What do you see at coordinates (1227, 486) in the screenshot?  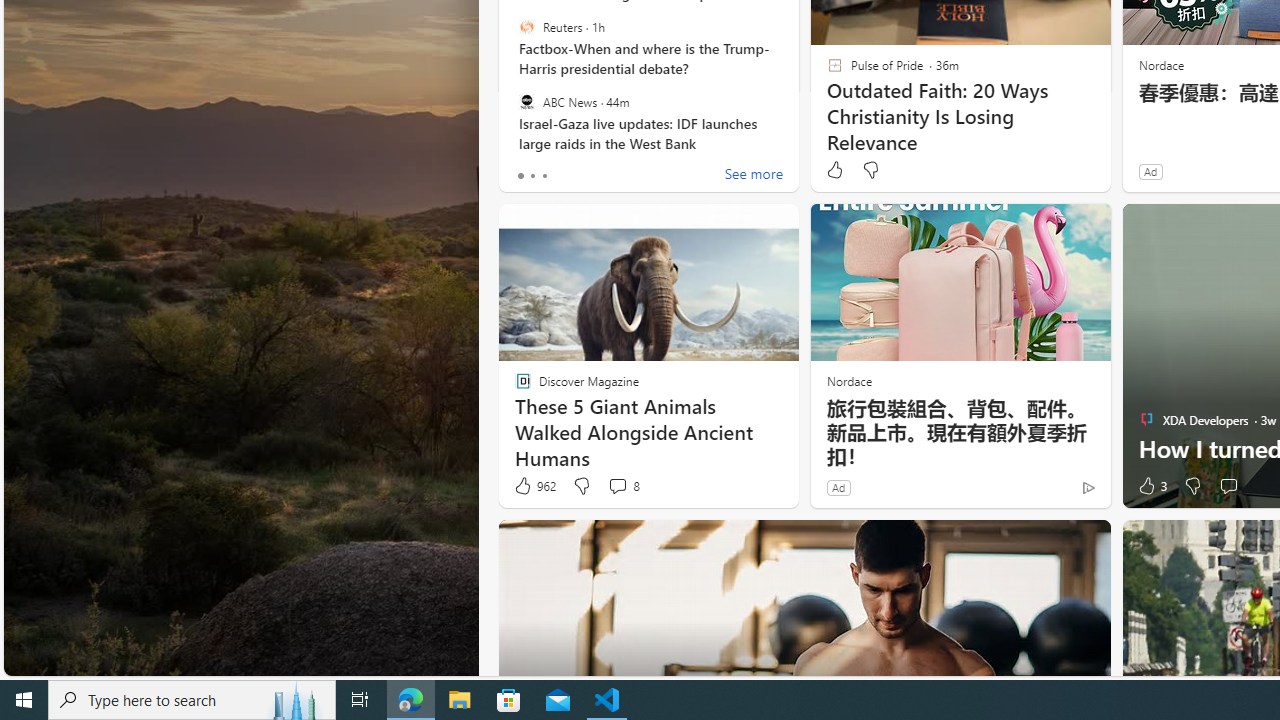 I see `'Start the conversation'` at bounding box center [1227, 486].